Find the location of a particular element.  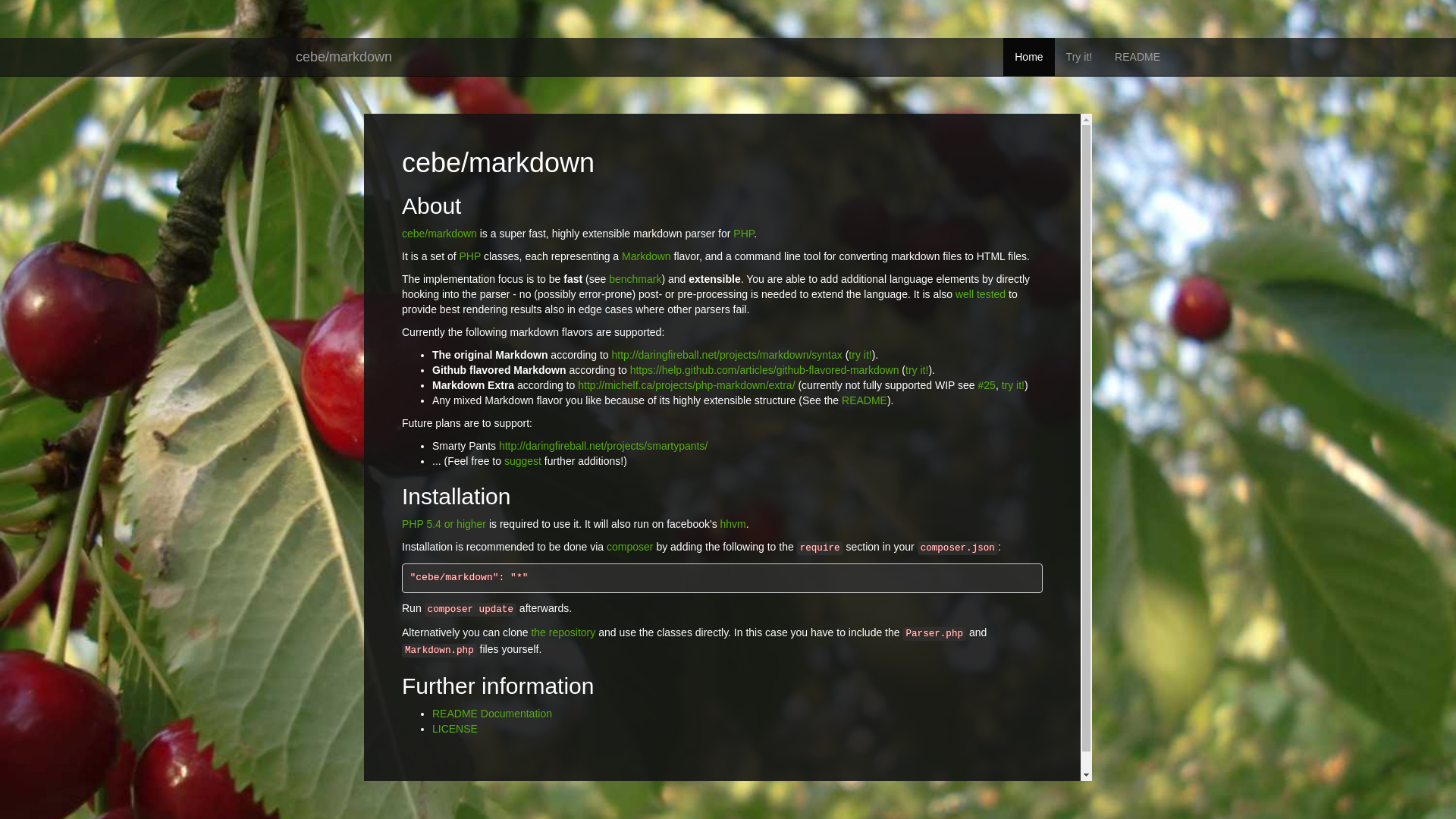

'the repository' is located at coordinates (562, 632).